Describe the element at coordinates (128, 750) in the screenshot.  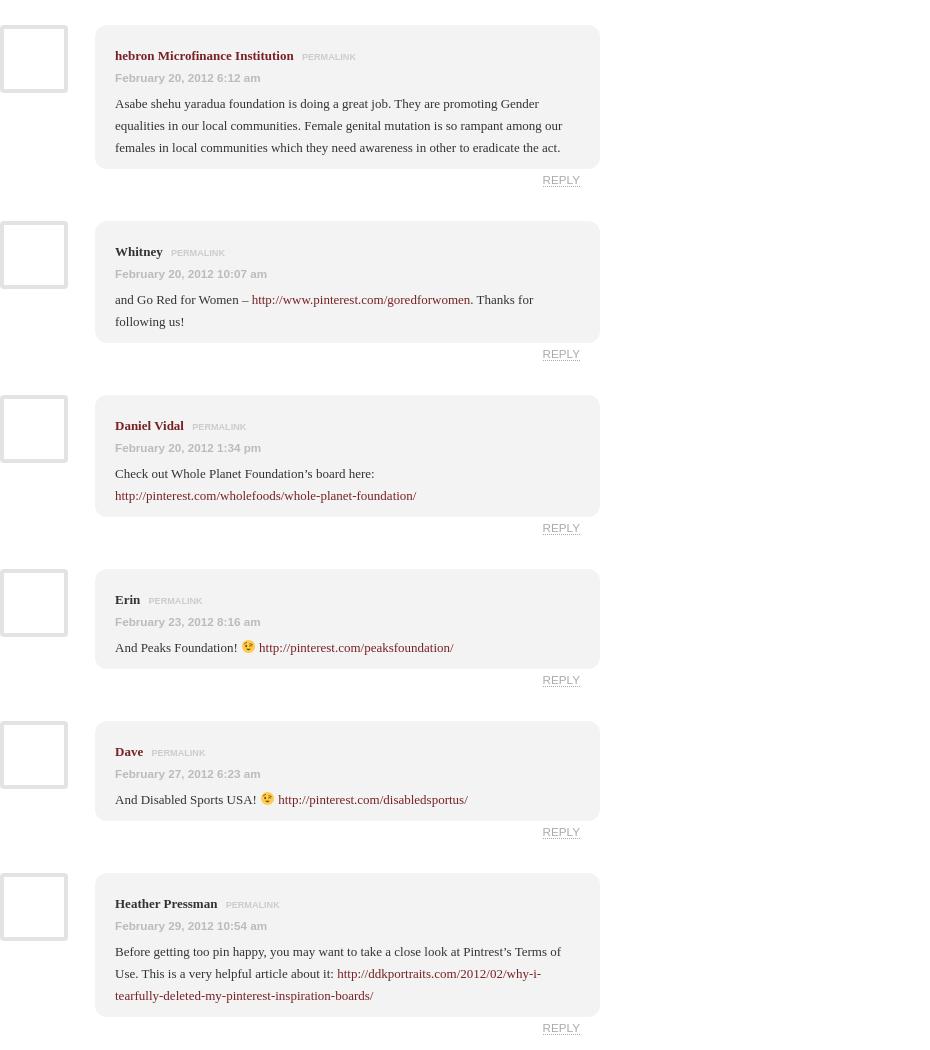
I see `'Dave'` at that location.